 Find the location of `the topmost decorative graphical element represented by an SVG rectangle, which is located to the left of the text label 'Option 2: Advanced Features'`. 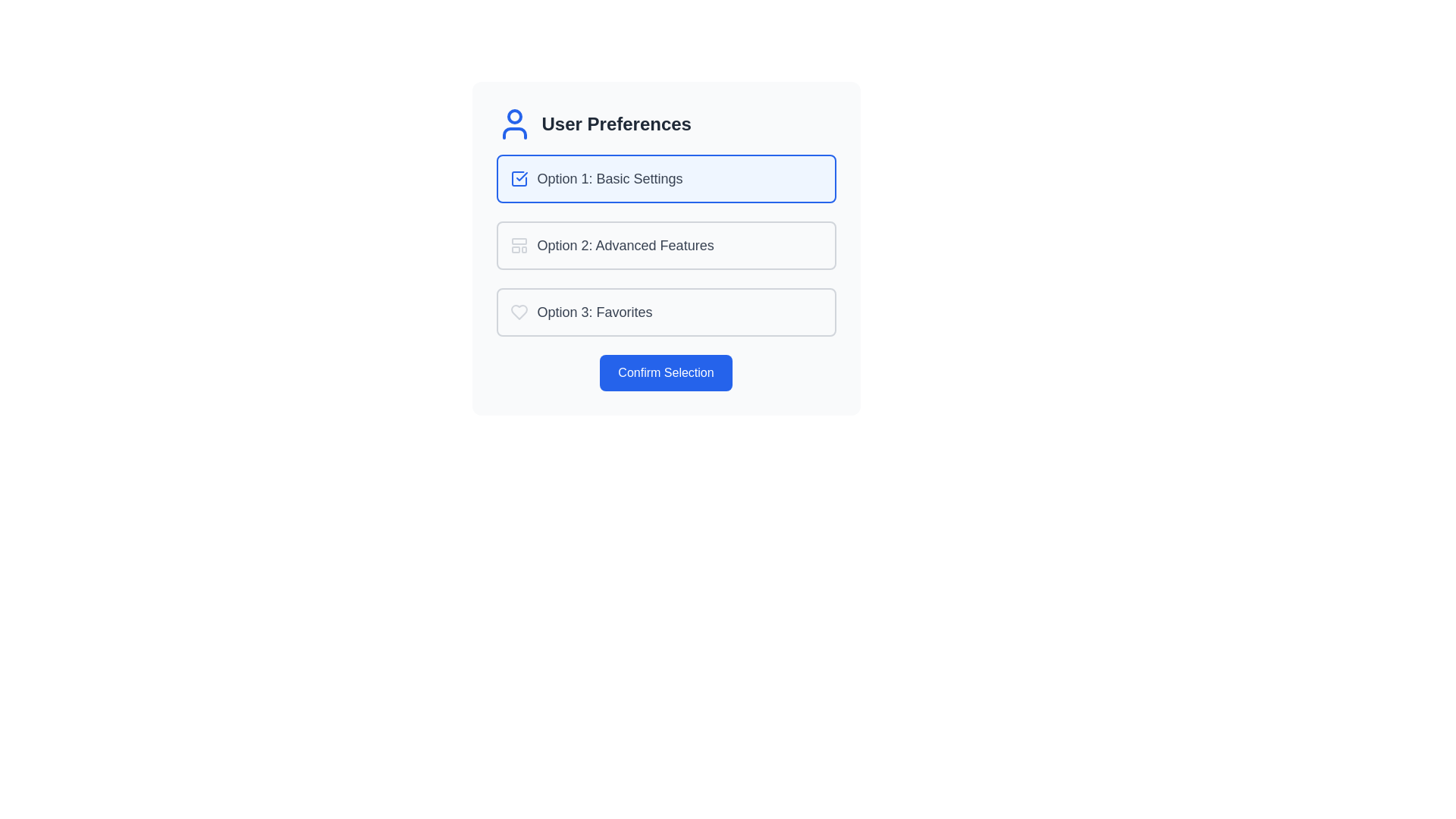

the topmost decorative graphical element represented by an SVG rectangle, which is located to the left of the text label 'Option 2: Advanced Features' is located at coordinates (519, 240).